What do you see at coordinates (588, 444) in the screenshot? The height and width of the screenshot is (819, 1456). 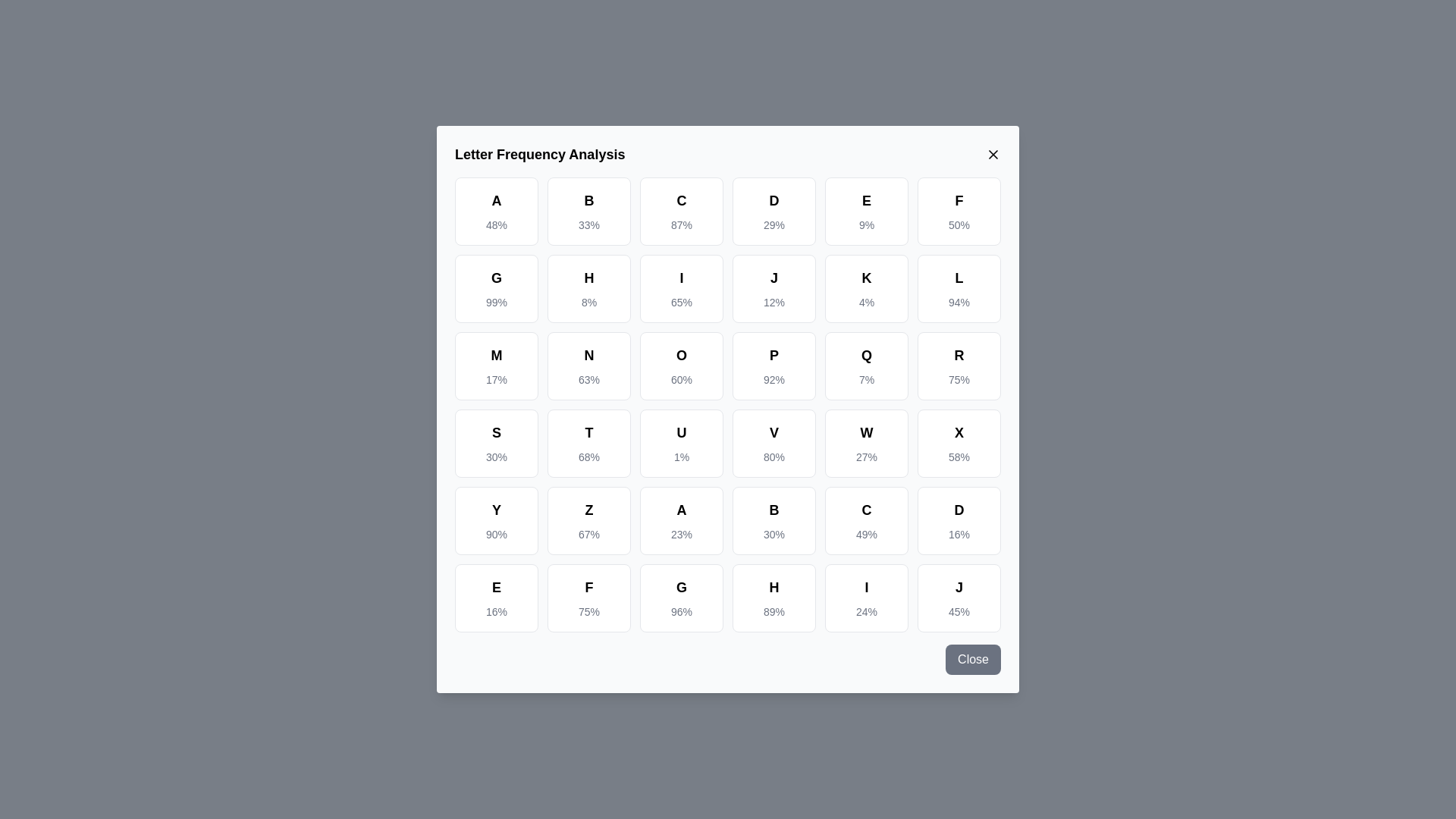 I see `the letter cell corresponding to T` at bounding box center [588, 444].